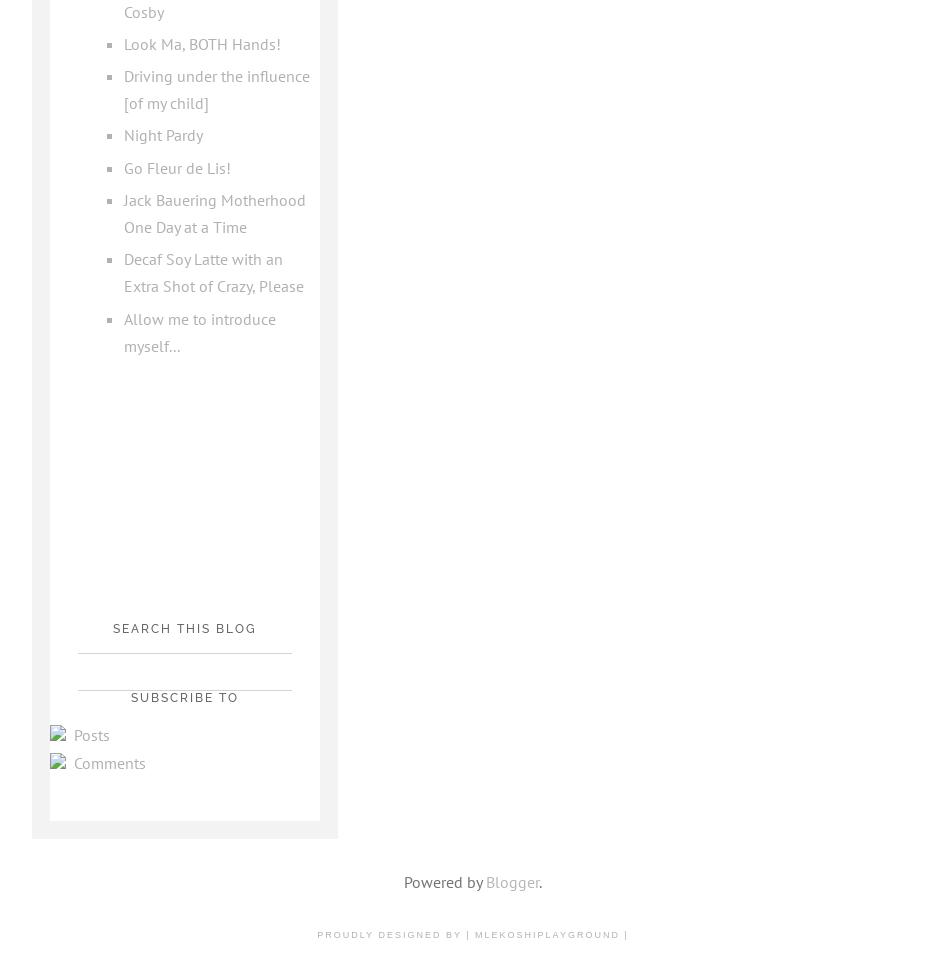 The image size is (938, 960). I want to click on 'Go Fleur de Lis!', so click(175, 166).